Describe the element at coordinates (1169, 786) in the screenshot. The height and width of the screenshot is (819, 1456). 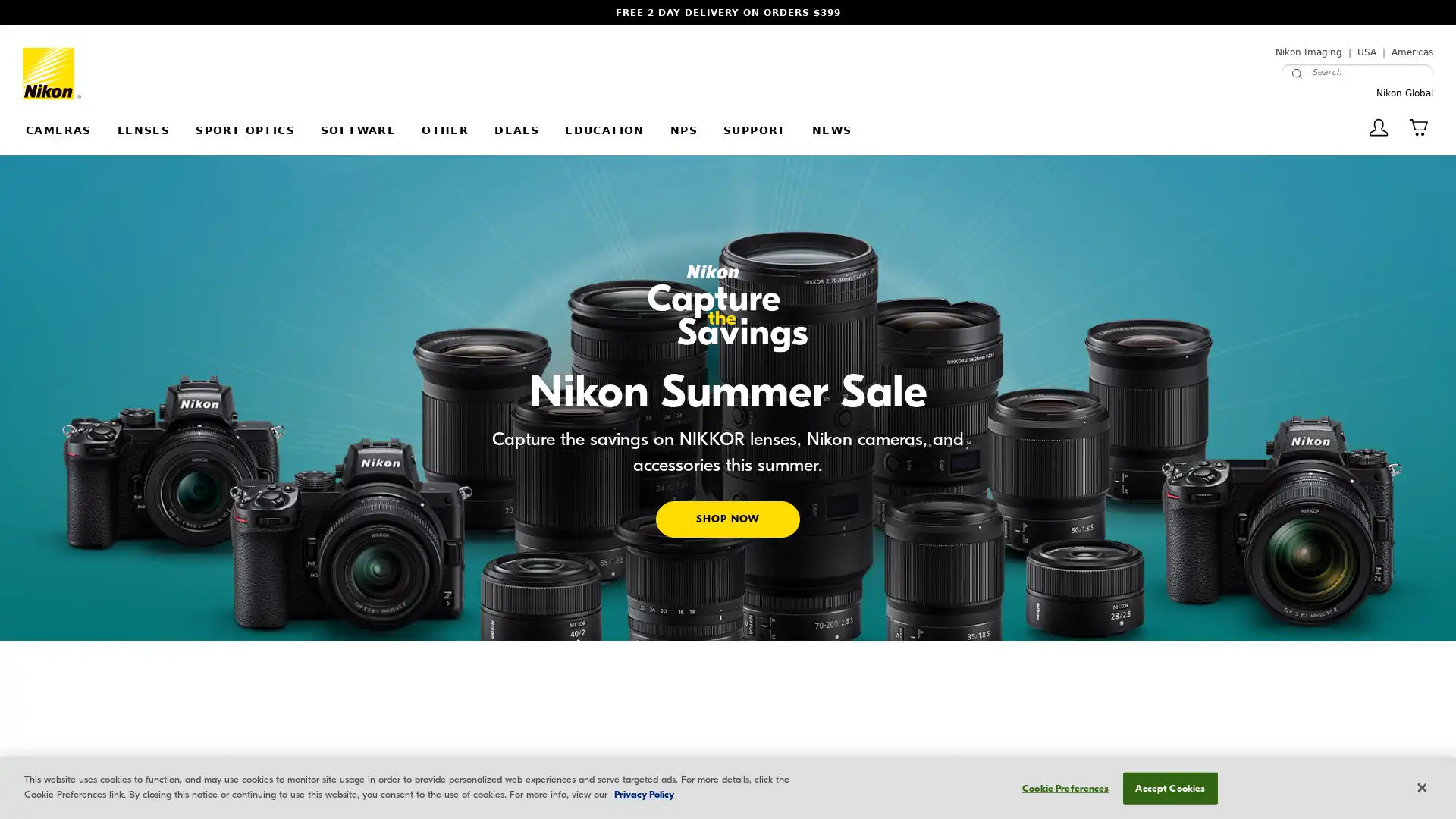
I see `Accept Cookies` at that location.